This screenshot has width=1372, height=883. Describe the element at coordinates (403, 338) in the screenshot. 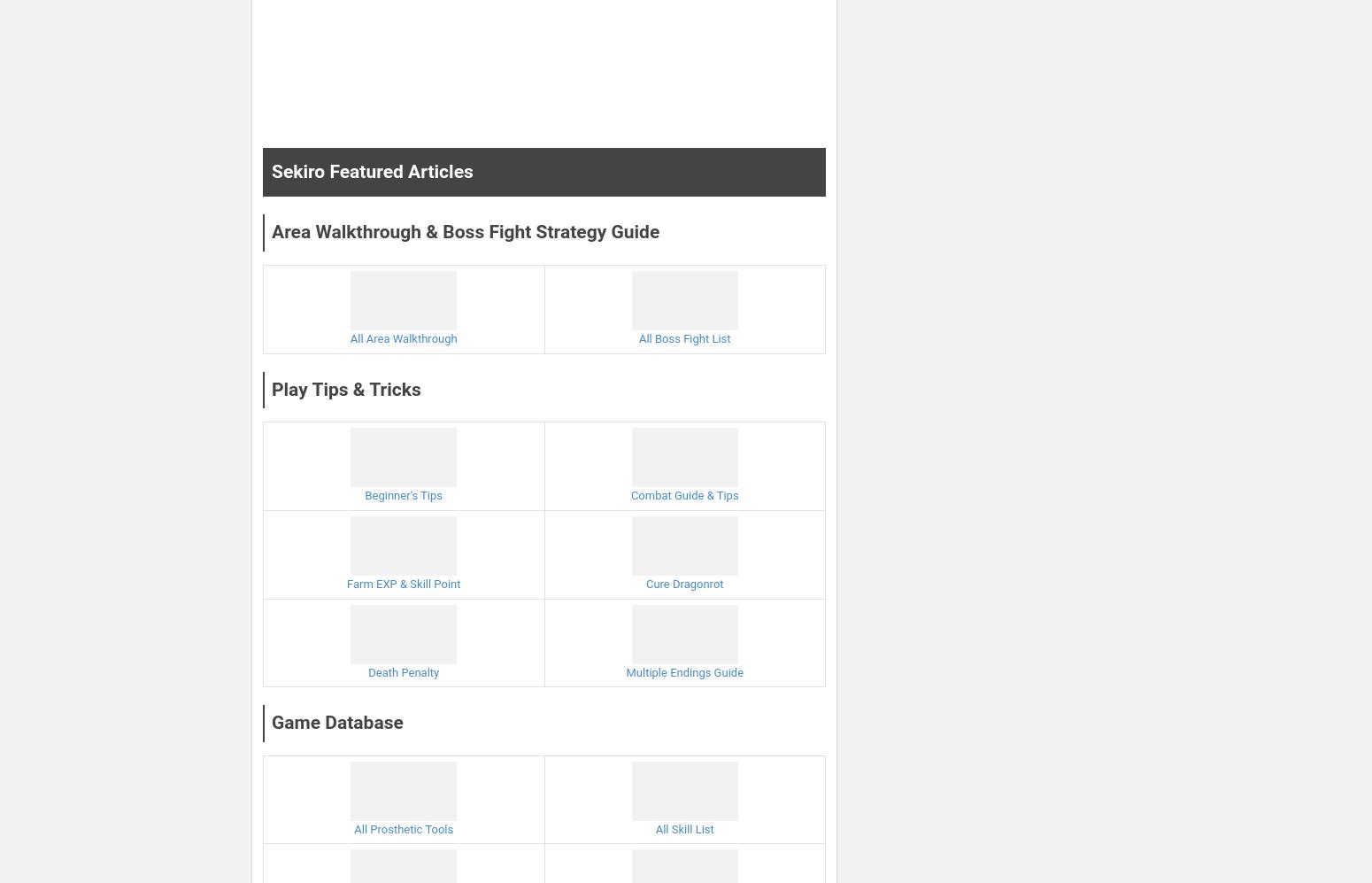

I see `'All Area Walkthrough'` at that location.